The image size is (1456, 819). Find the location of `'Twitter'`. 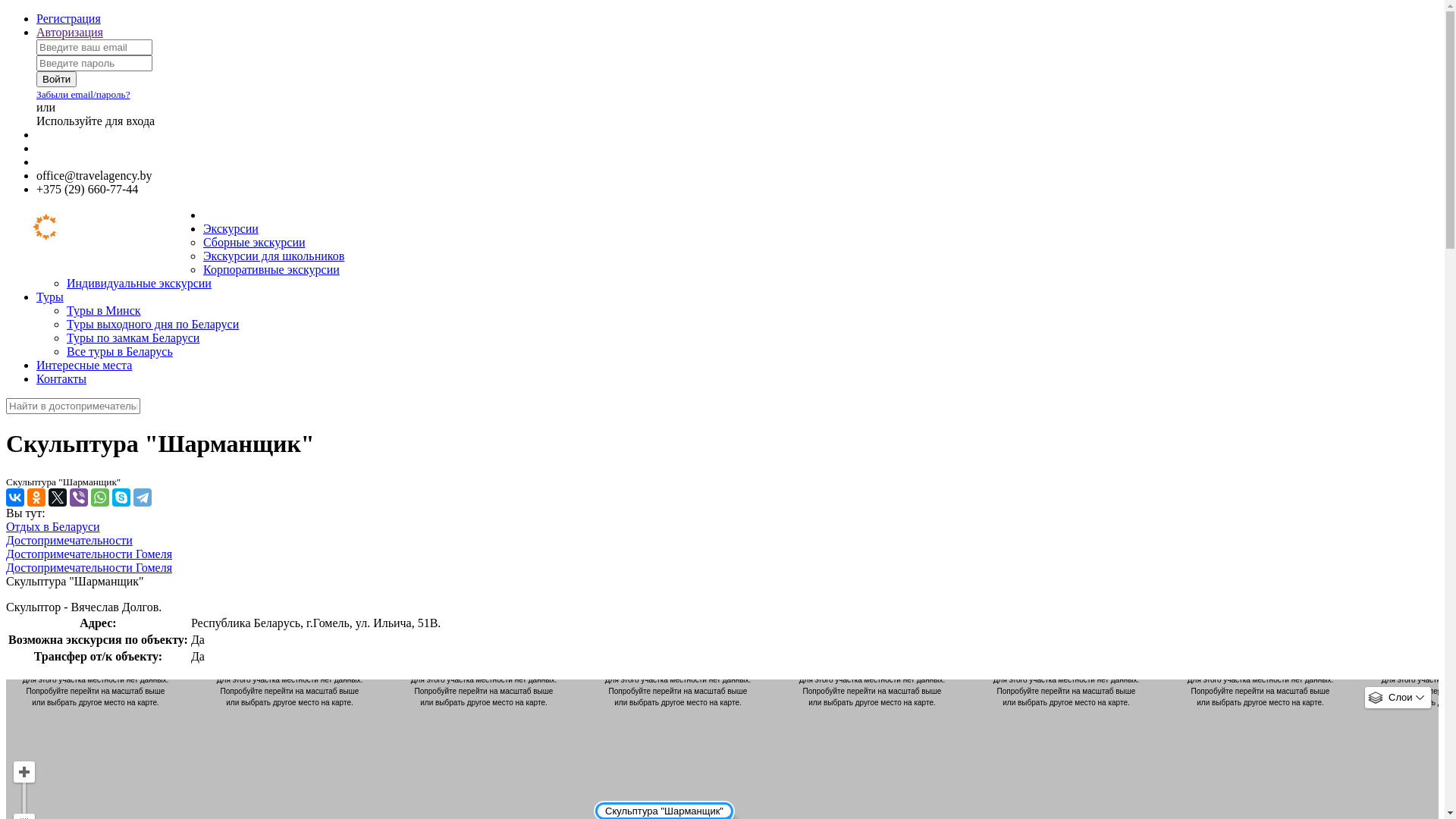

'Twitter' is located at coordinates (48, 497).